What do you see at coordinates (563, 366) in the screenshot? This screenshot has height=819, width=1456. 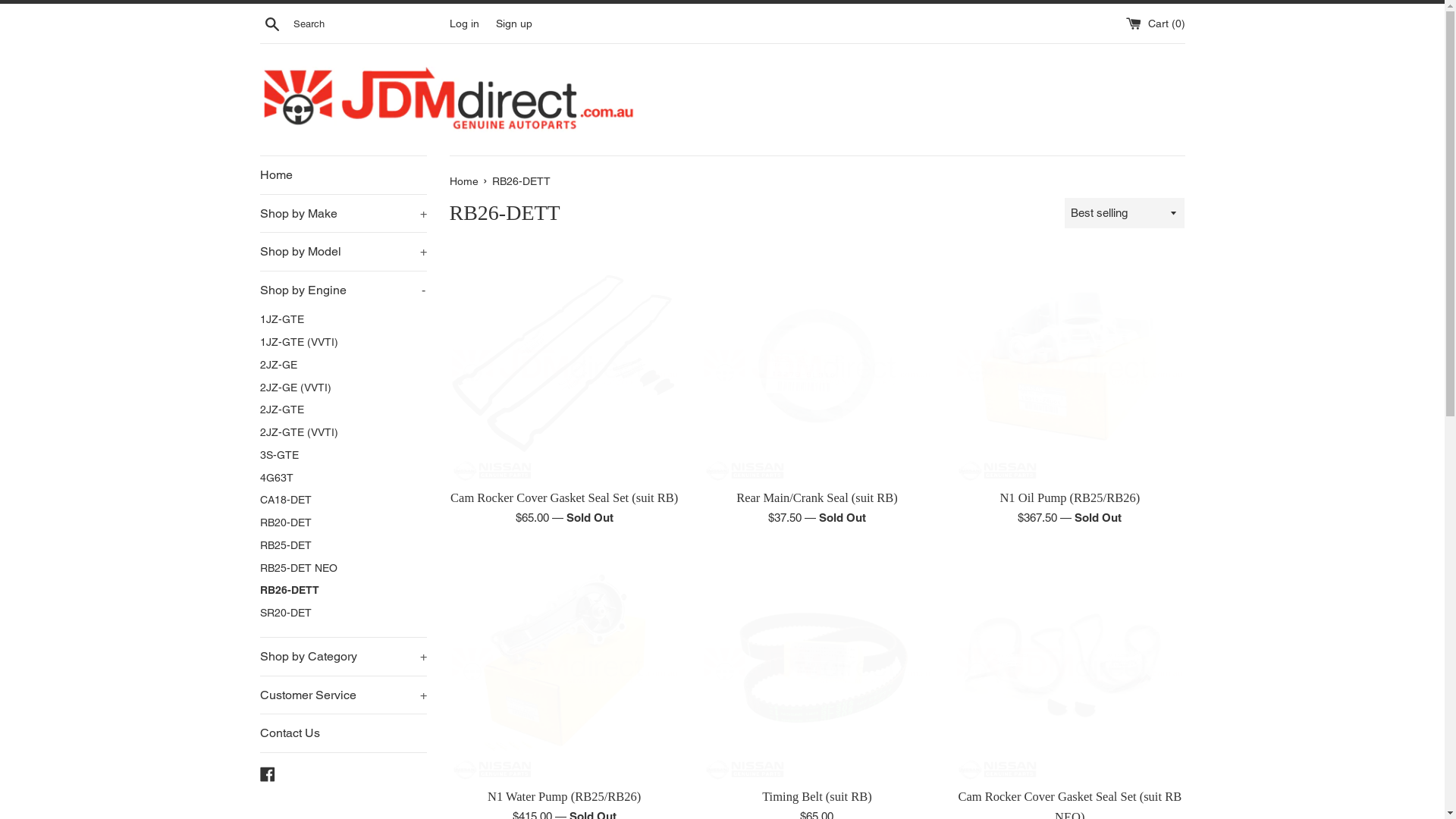 I see `'Cam Rocker Cover Gasket Seal Set (suit RB)'` at bounding box center [563, 366].